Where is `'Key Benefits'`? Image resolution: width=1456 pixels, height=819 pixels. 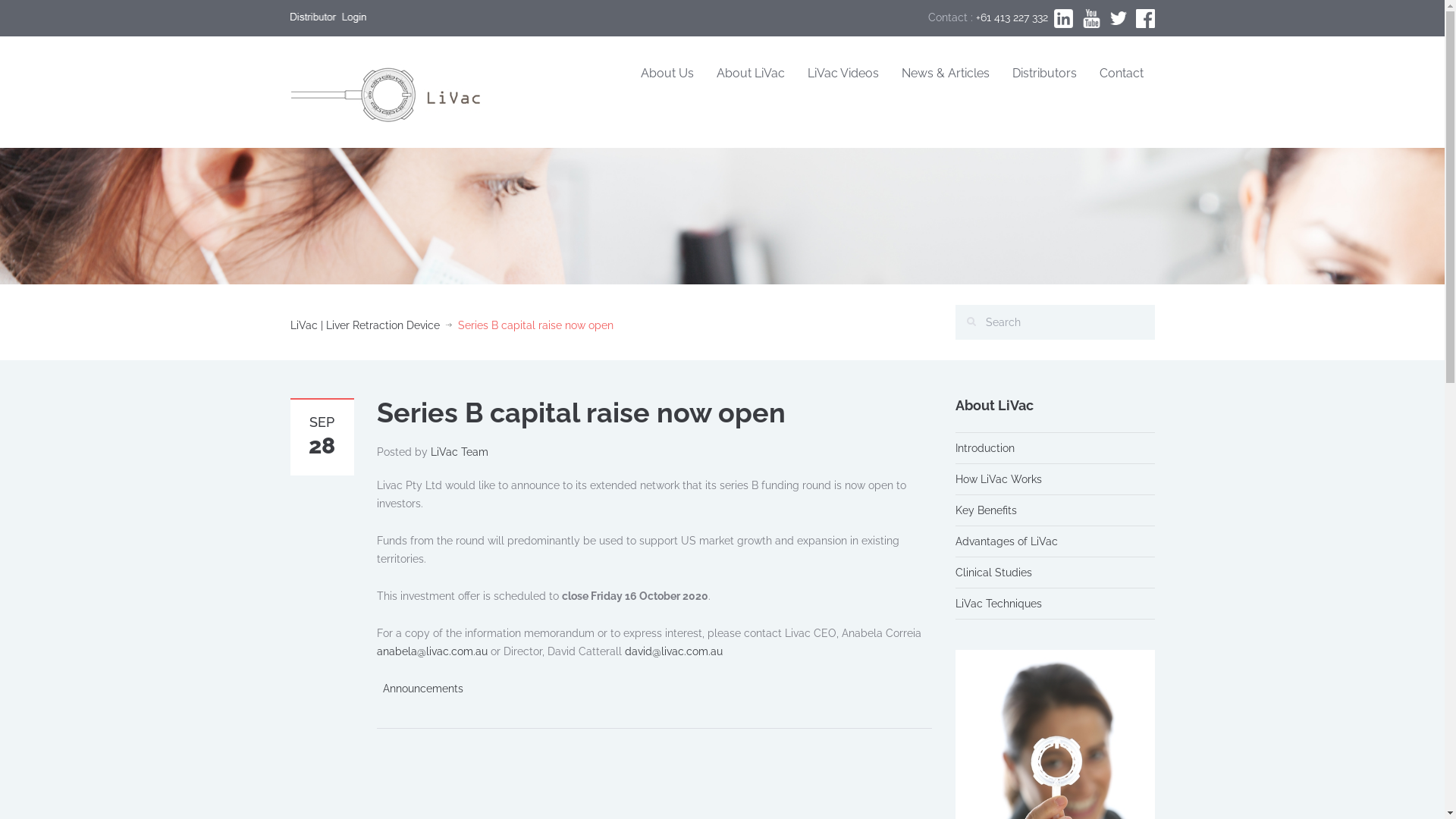 'Key Benefits' is located at coordinates (986, 510).